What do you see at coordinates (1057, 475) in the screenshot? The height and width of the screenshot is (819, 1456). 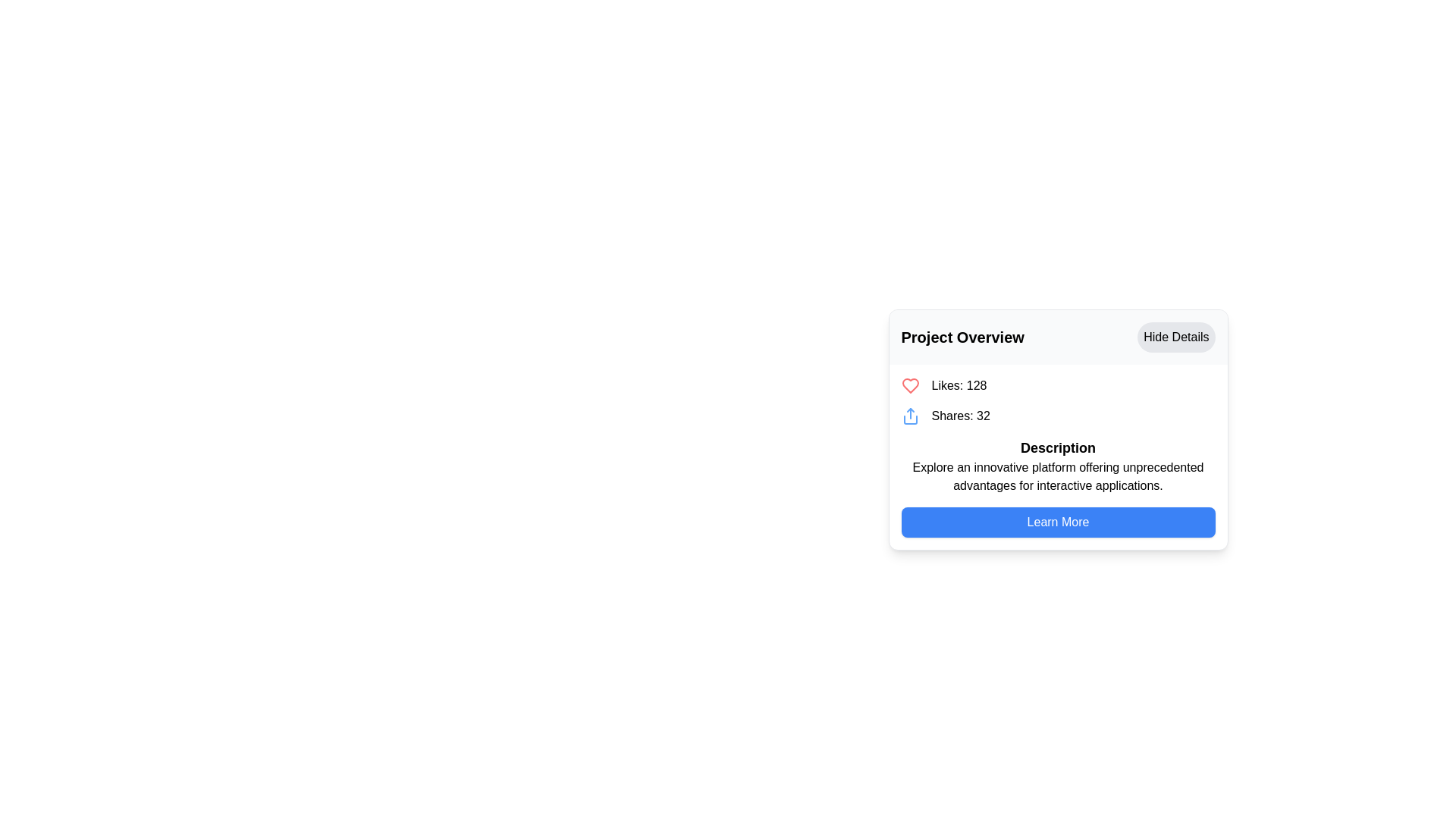 I see `text content of the Text Block located under the 'Description' heading and above the 'Learn More' button in the lower right section of the card interface` at bounding box center [1057, 475].